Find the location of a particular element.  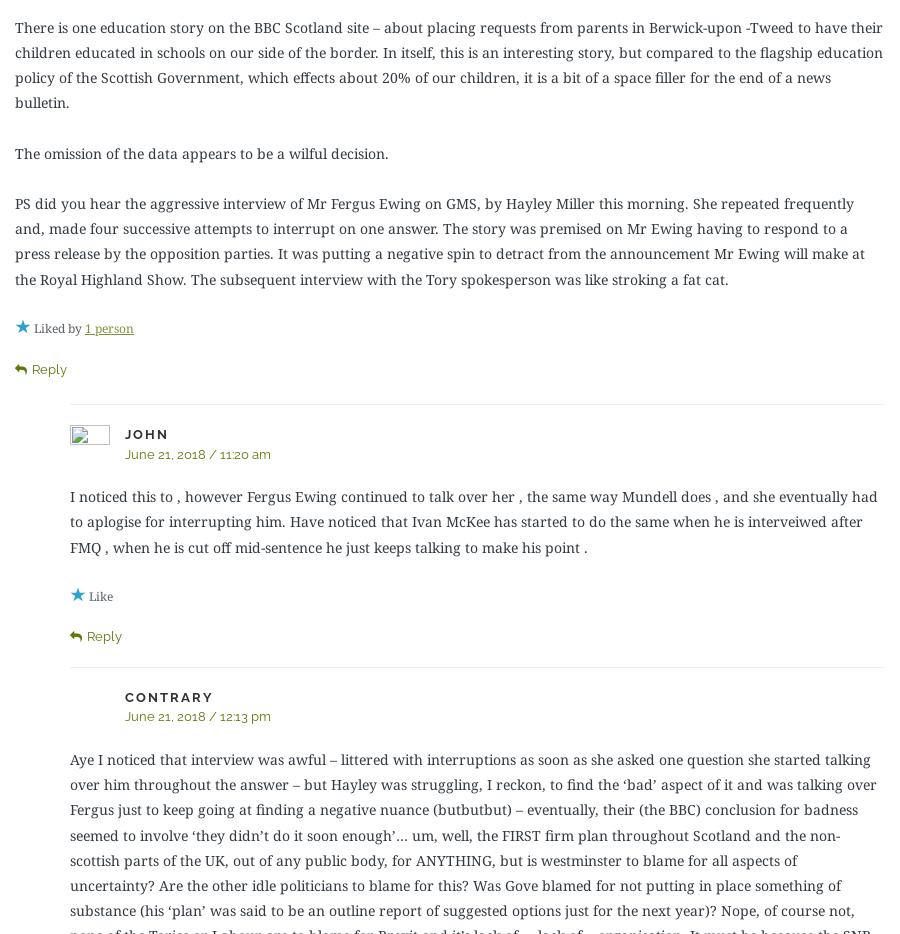

'There is one education story on the BBC Scotland site – about placing requests from parents in Berwick-upon -Tweed to have their children educated in schools on our side of the border. In itself, this is an interesting story, but compared to the flagship education policy of the Scottish Government, which effects about 20% of our children, it is a bit of a space filler for the end of a news bulletin.' is located at coordinates (449, 64).